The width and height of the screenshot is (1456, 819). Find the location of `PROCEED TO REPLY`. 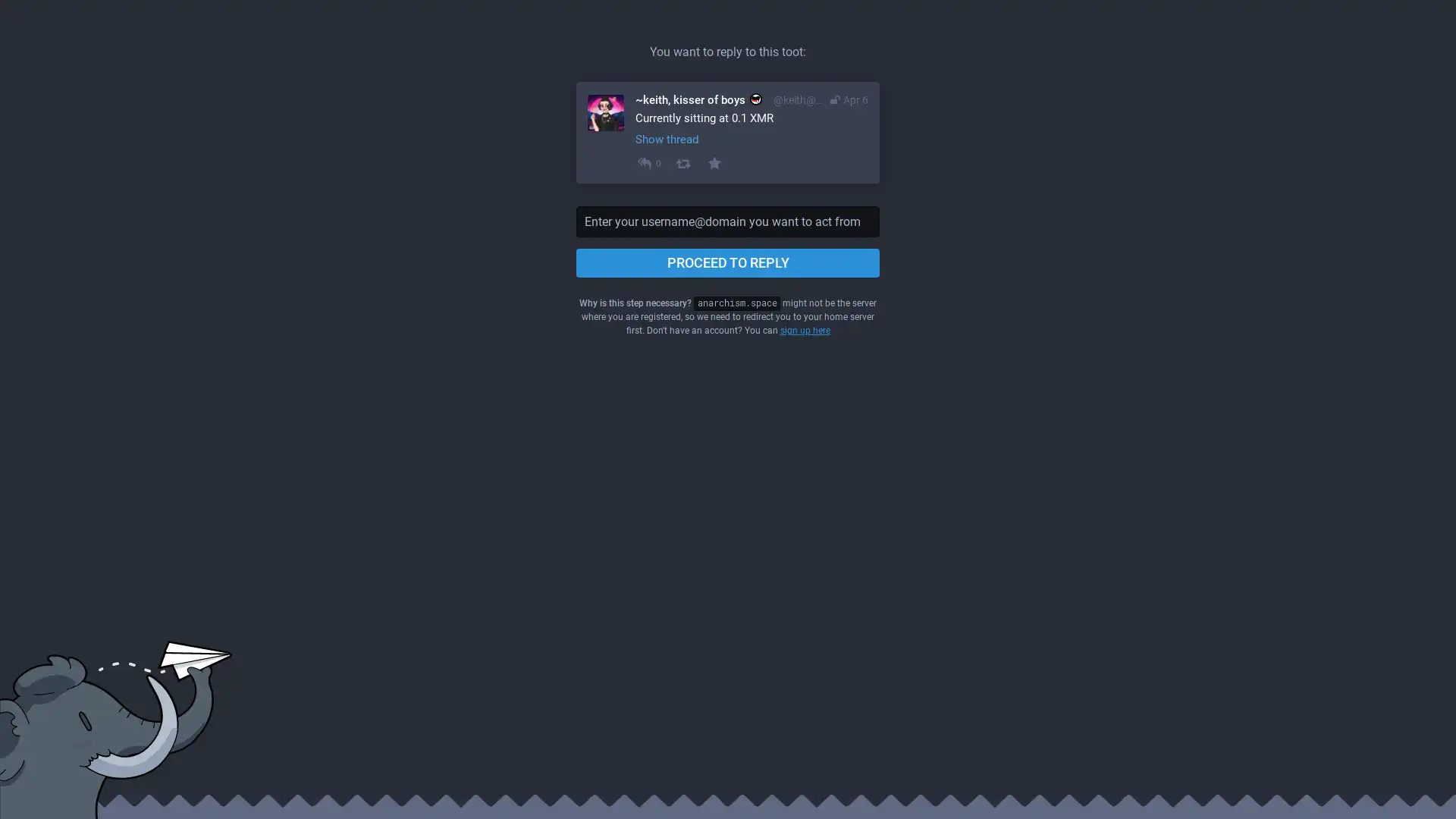

PROCEED TO REPLY is located at coordinates (728, 262).